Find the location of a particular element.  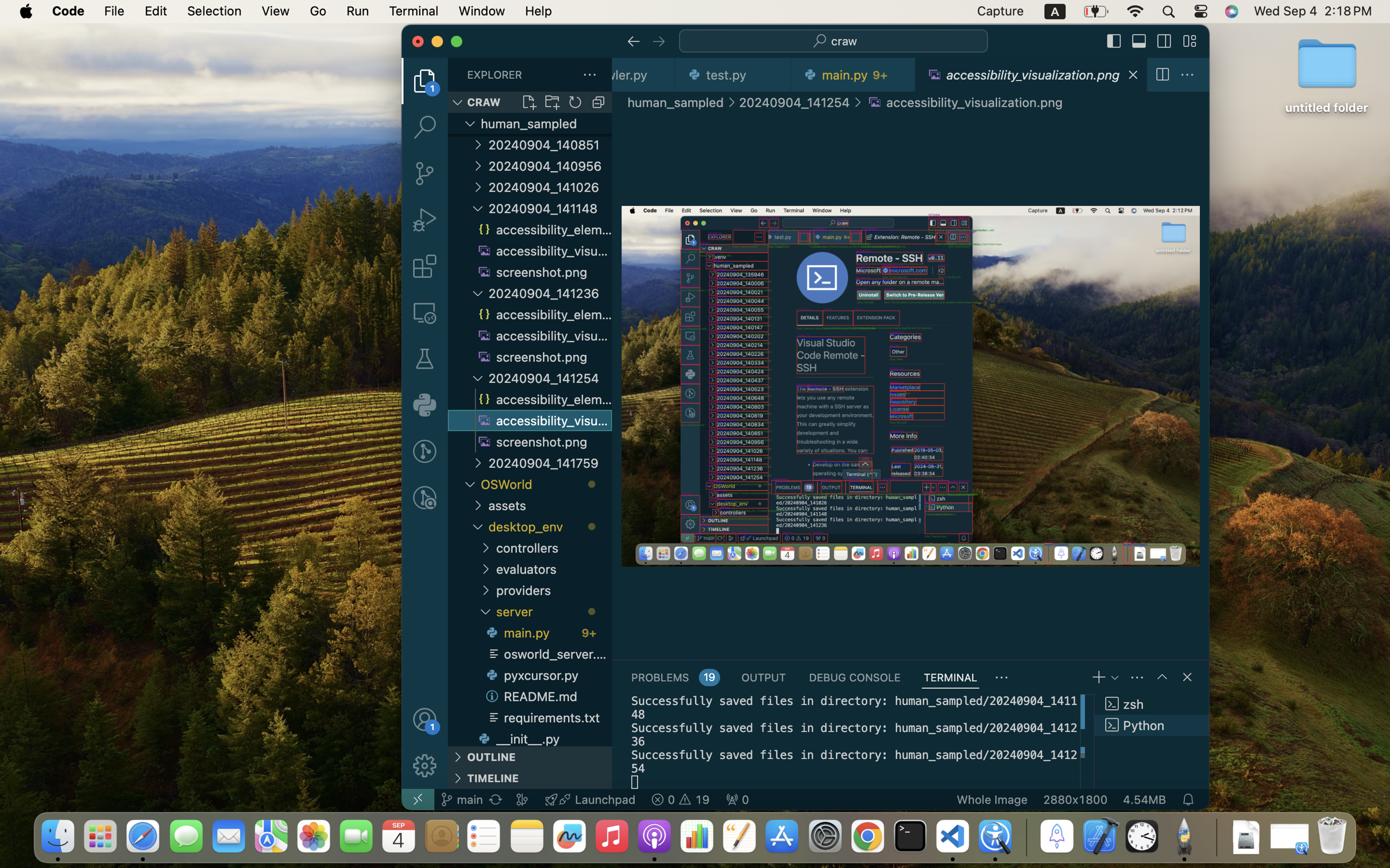

'' is located at coordinates (477, 165).